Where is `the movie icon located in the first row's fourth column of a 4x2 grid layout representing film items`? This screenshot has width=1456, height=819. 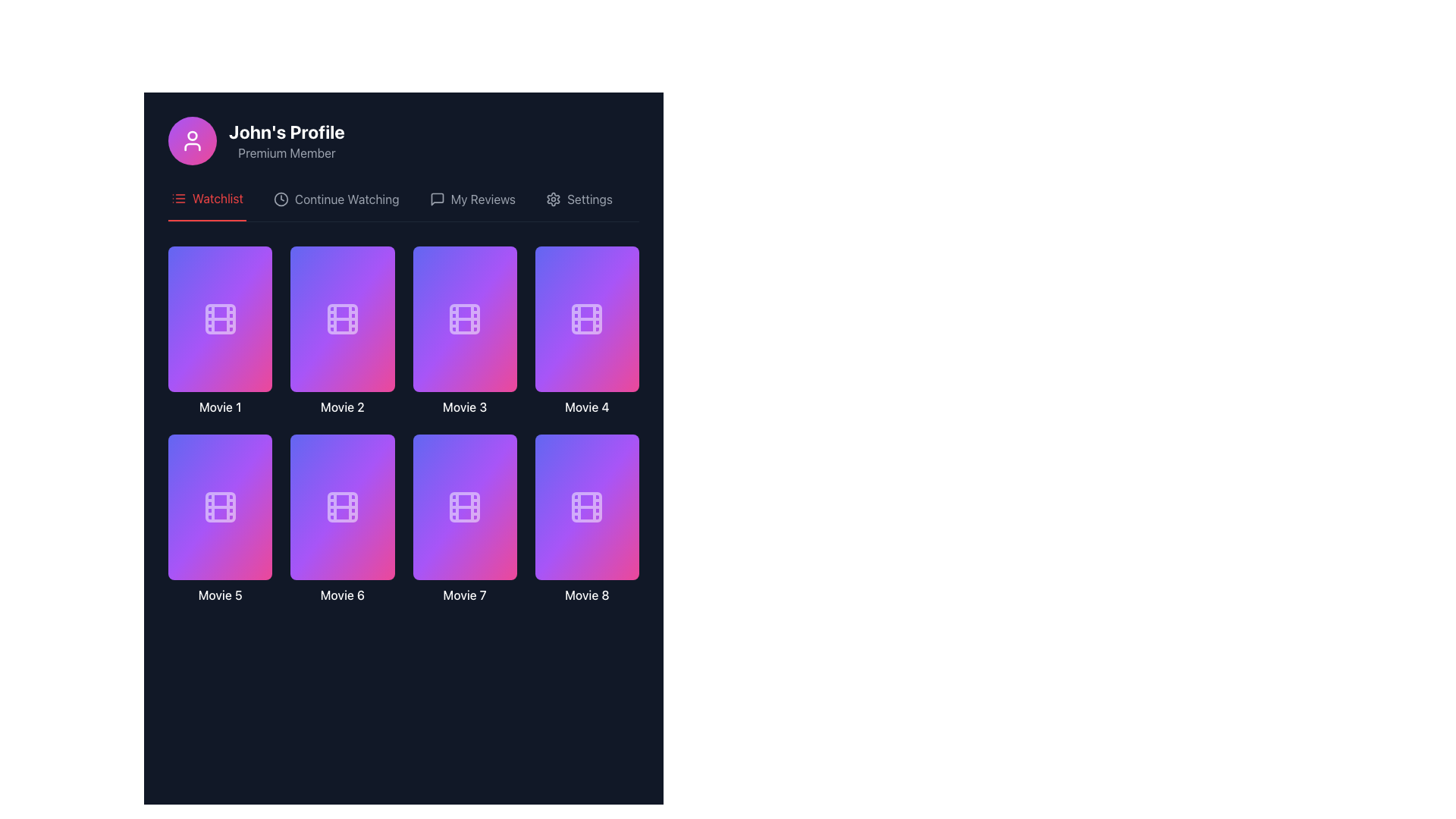
the movie icon located in the first row's fourth column of a 4x2 grid layout representing film items is located at coordinates (586, 318).